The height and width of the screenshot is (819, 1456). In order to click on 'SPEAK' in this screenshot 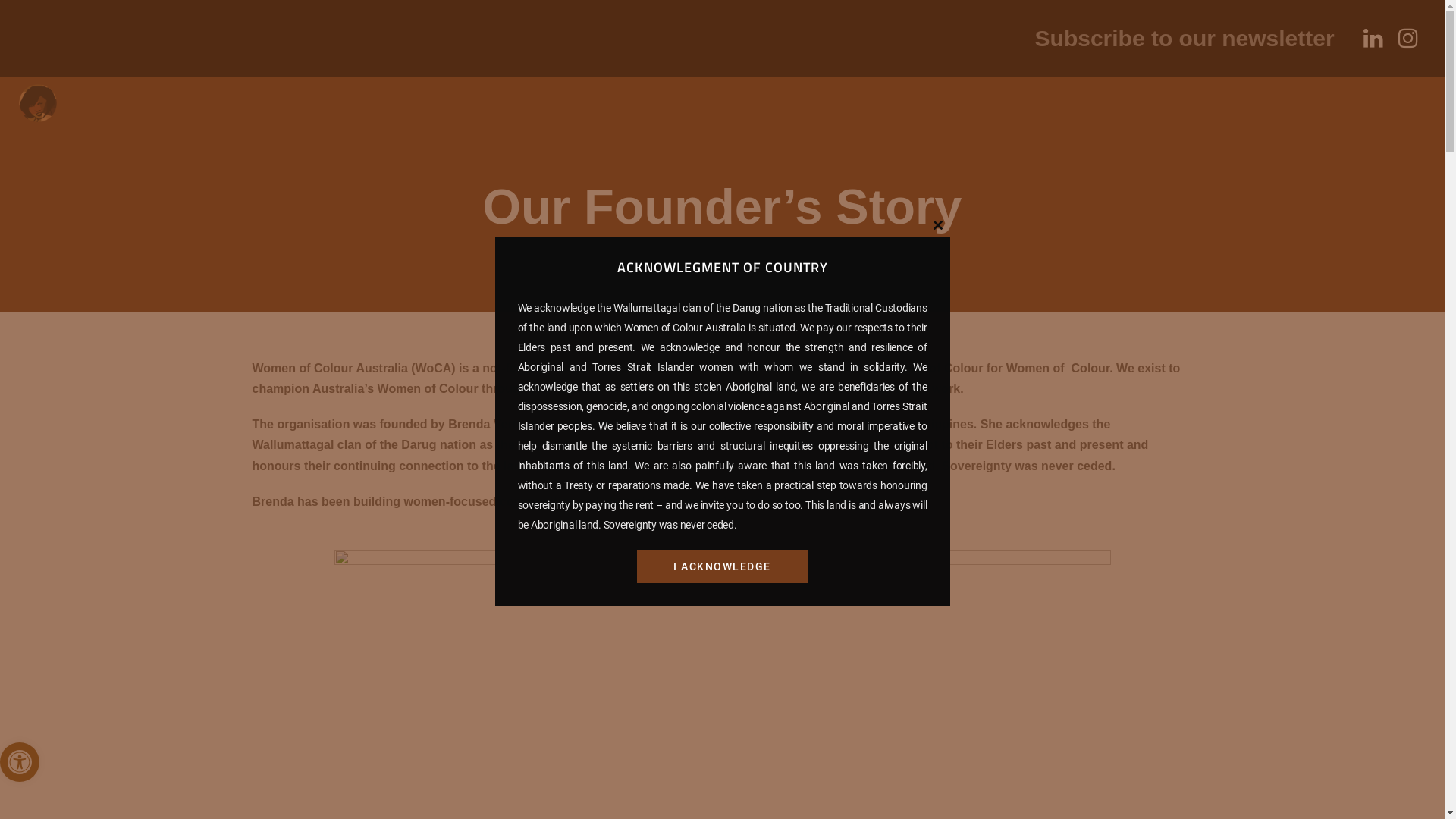, I will do `click(997, 112)`.